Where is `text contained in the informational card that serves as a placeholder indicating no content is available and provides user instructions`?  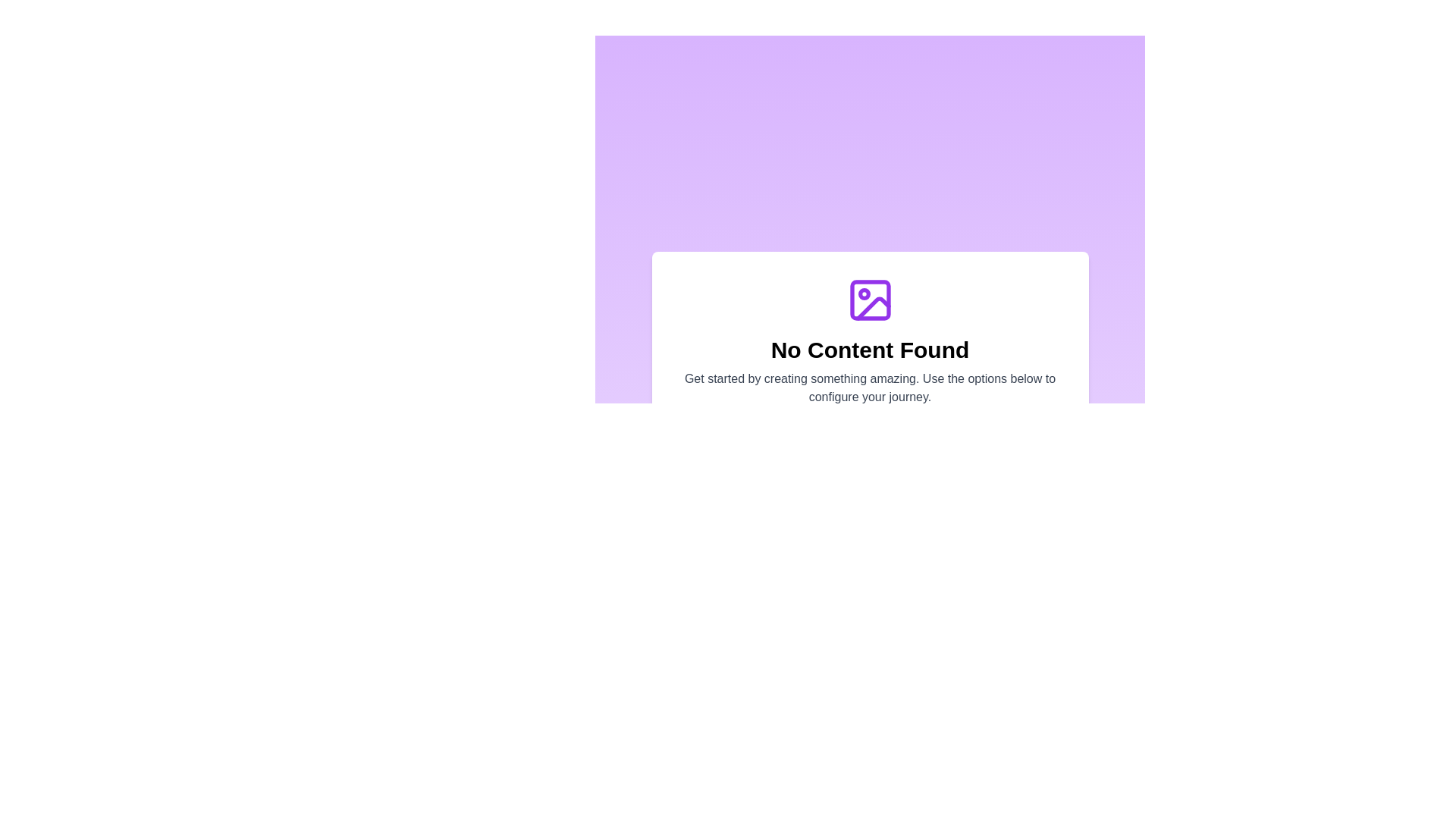
text contained in the informational card that serves as a placeholder indicating no content is available and provides user instructions is located at coordinates (870, 366).